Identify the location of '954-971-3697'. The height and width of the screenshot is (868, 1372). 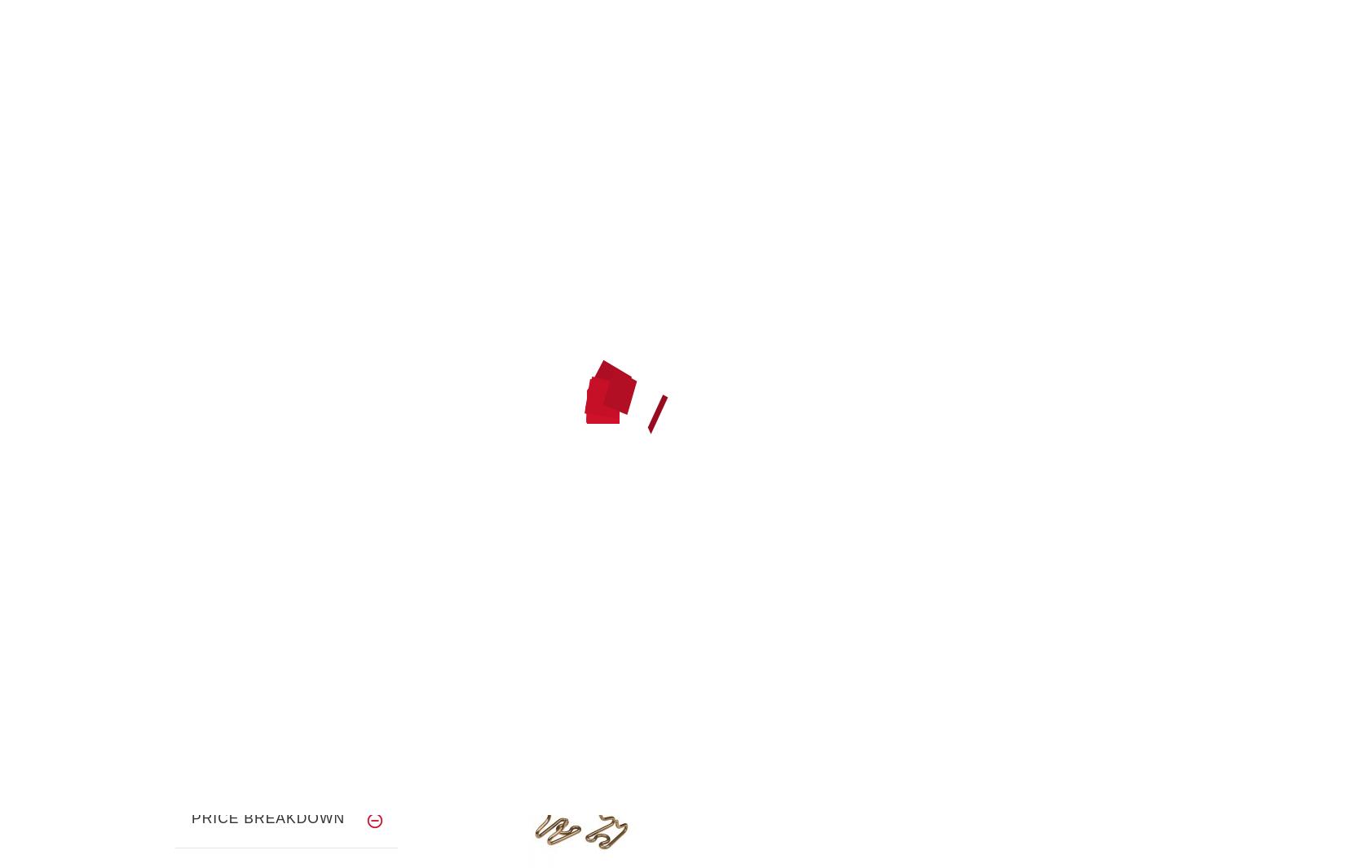
(968, 95).